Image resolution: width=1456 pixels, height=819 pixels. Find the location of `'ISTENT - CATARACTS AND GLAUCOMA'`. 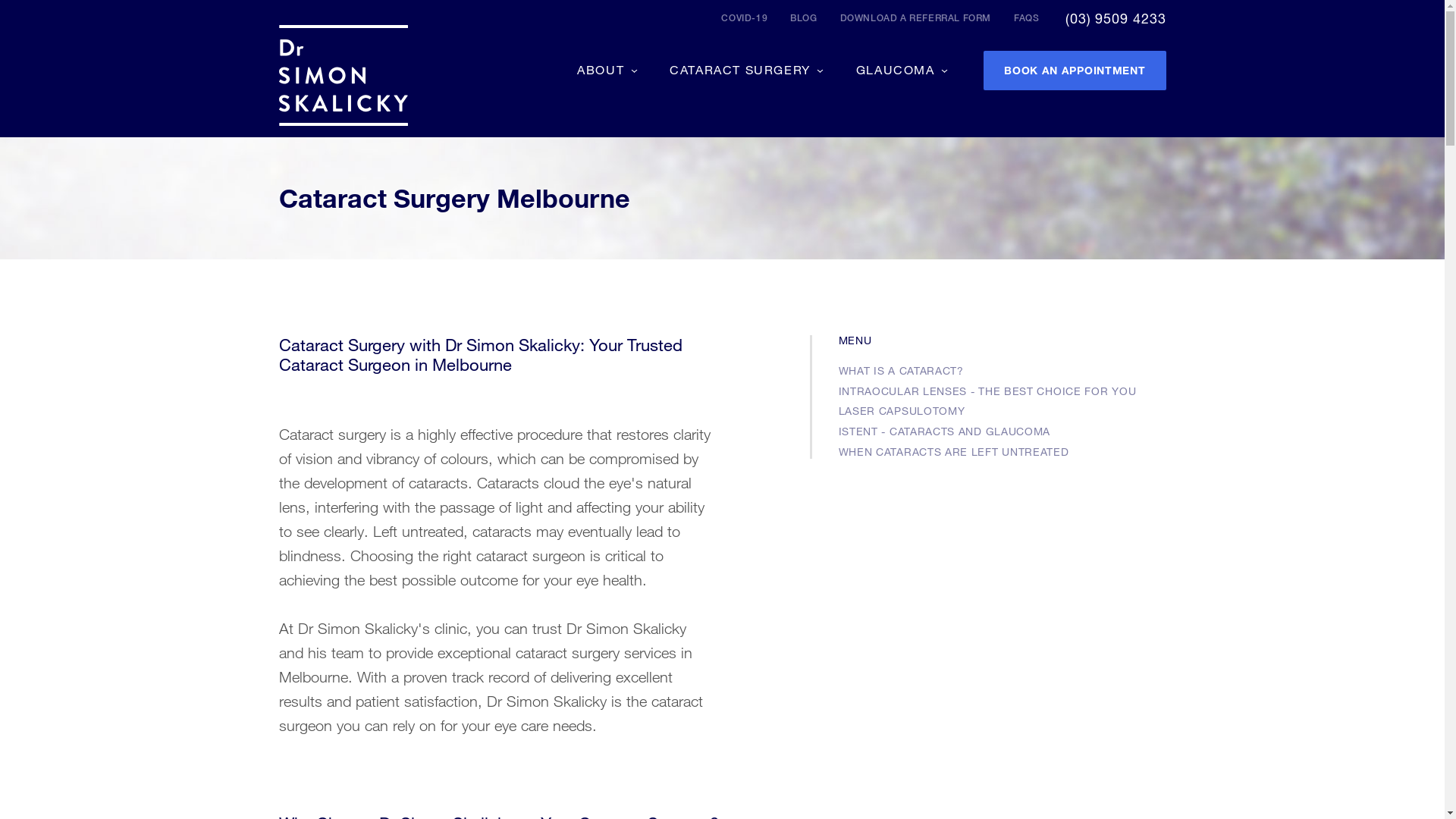

'ISTENT - CATARACTS AND GLAUCOMA' is located at coordinates (944, 431).